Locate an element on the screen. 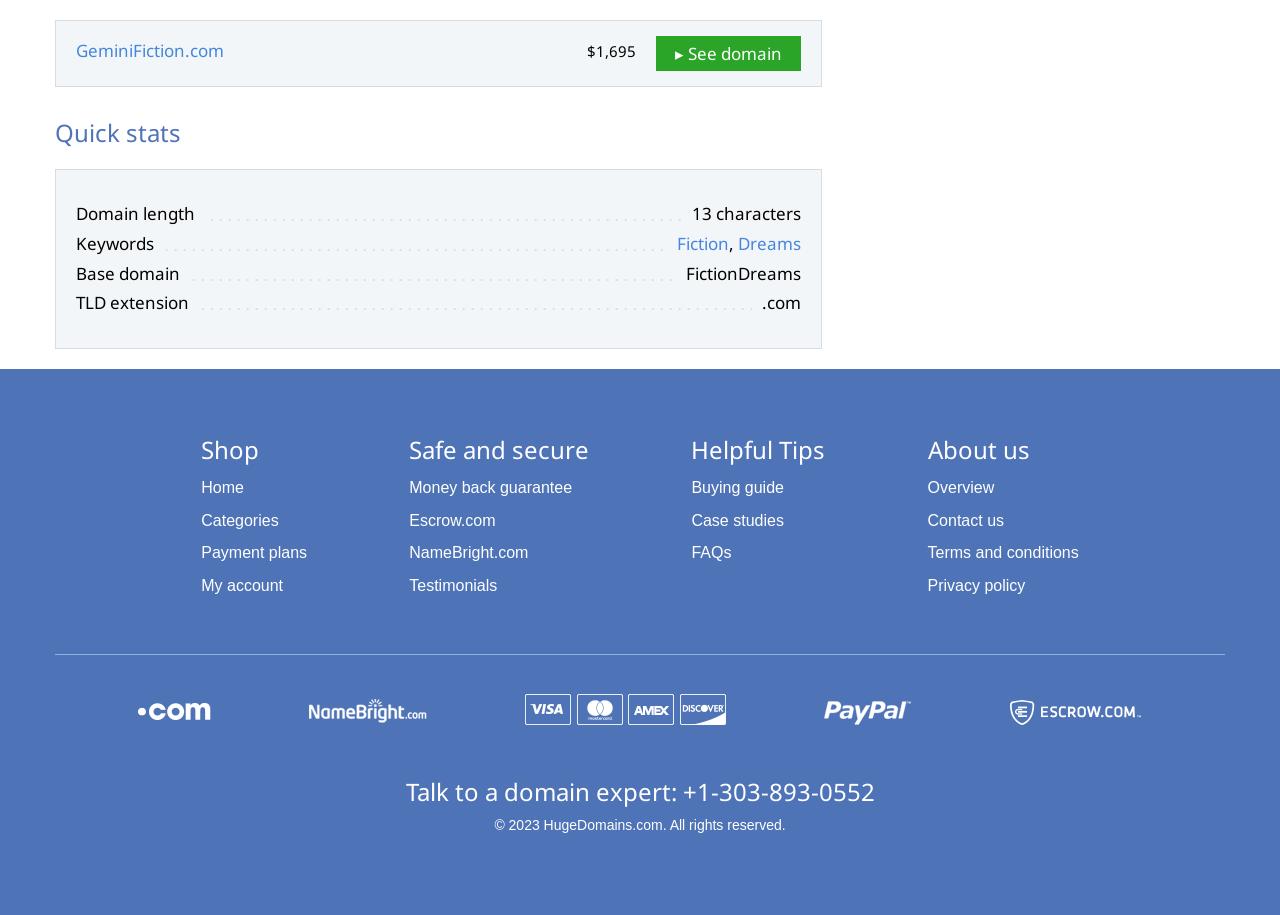 The image size is (1280, 915). 'My account' is located at coordinates (241, 584).